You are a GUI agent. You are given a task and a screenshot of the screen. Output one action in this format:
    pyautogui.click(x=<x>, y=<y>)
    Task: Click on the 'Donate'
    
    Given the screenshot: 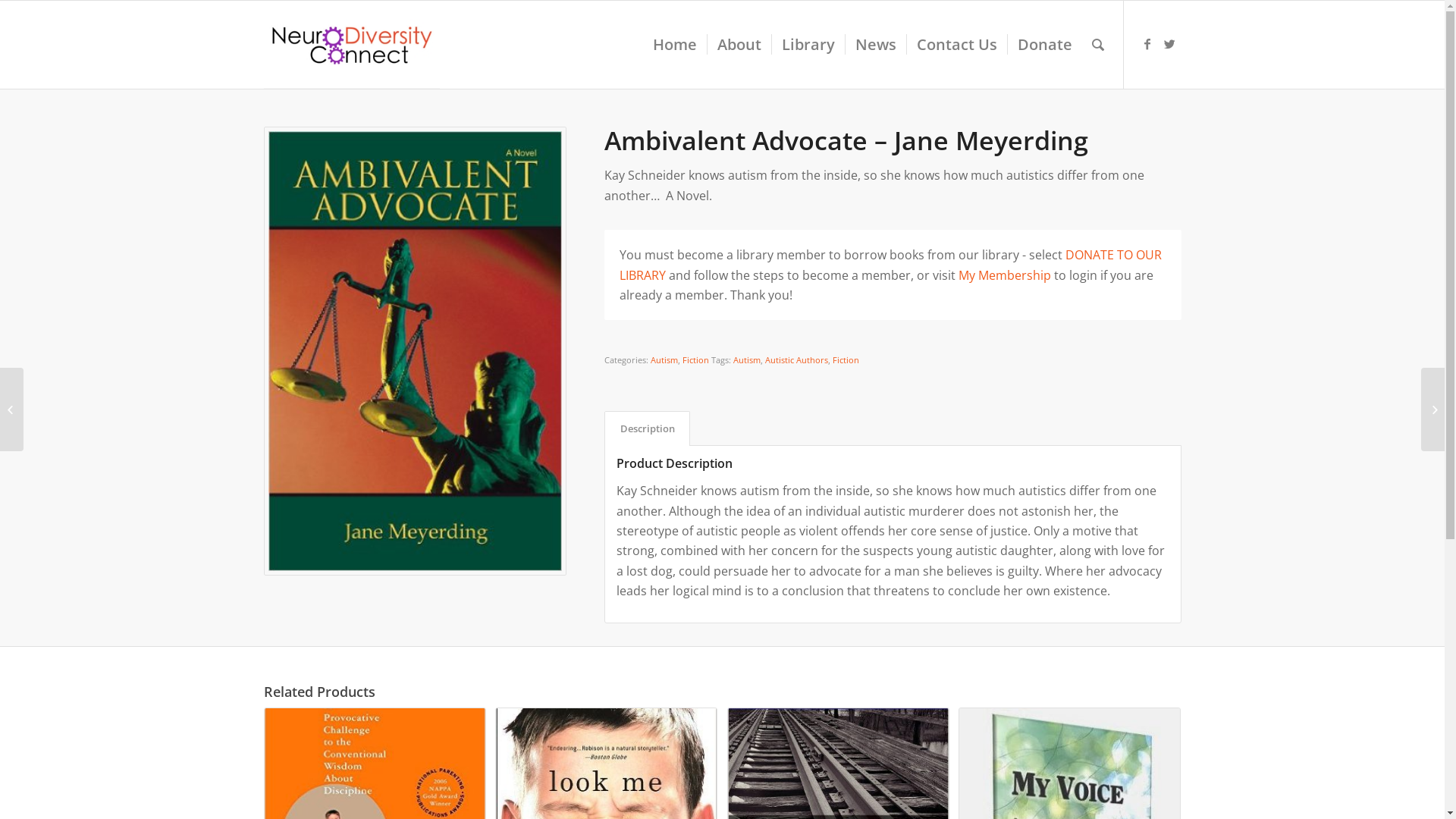 What is the action you would take?
    pyautogui.click(x=1043, y=43)
    